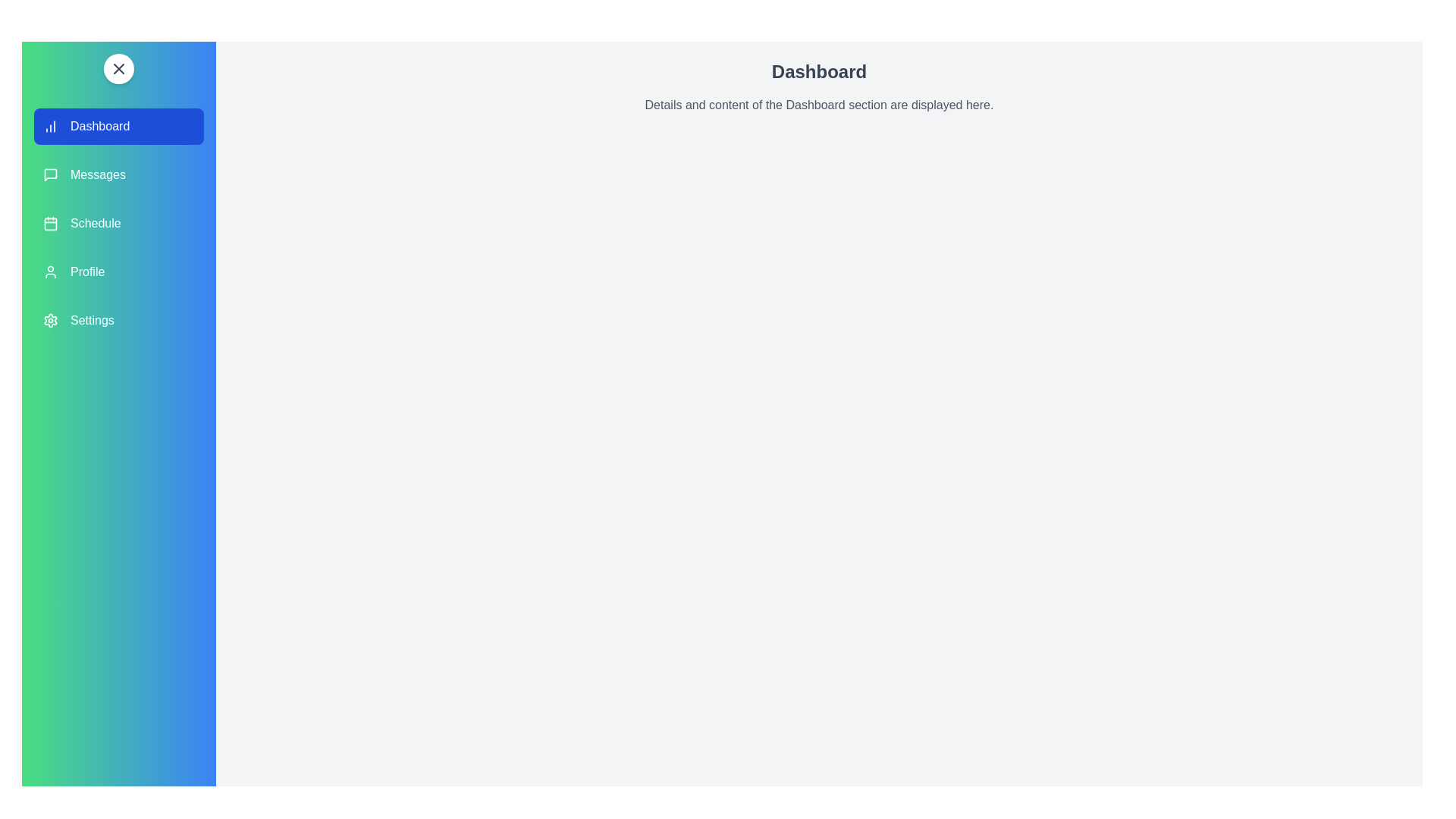  What do you see at coordinates (118, 271) in the screenshot?
I see `the navigation section Profile by clicking on its corresponding area` at bounding box center [118, 271].